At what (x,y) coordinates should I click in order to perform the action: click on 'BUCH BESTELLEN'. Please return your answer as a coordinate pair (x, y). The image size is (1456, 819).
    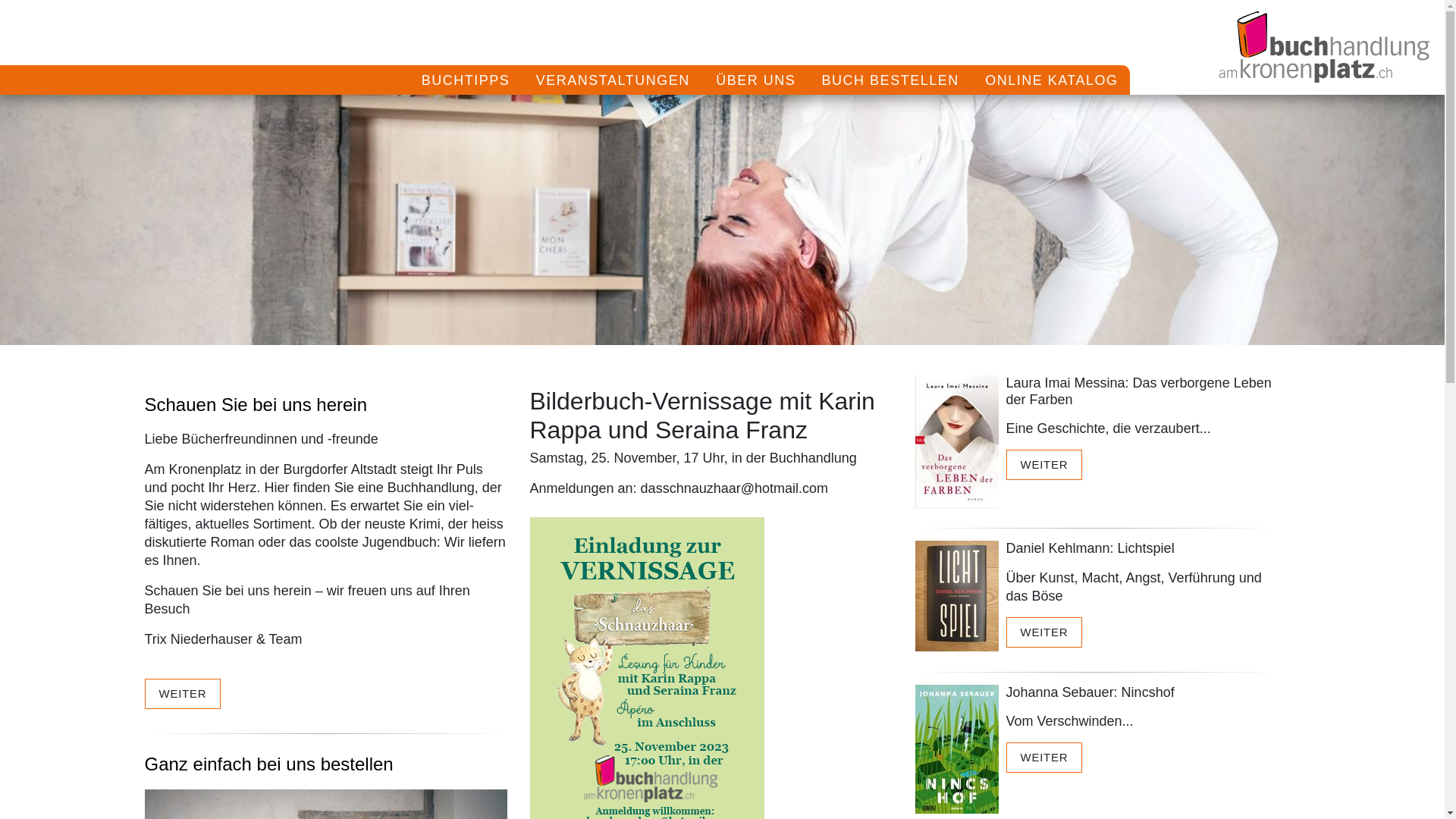
    Looking at the image, I should click on (890, 80).